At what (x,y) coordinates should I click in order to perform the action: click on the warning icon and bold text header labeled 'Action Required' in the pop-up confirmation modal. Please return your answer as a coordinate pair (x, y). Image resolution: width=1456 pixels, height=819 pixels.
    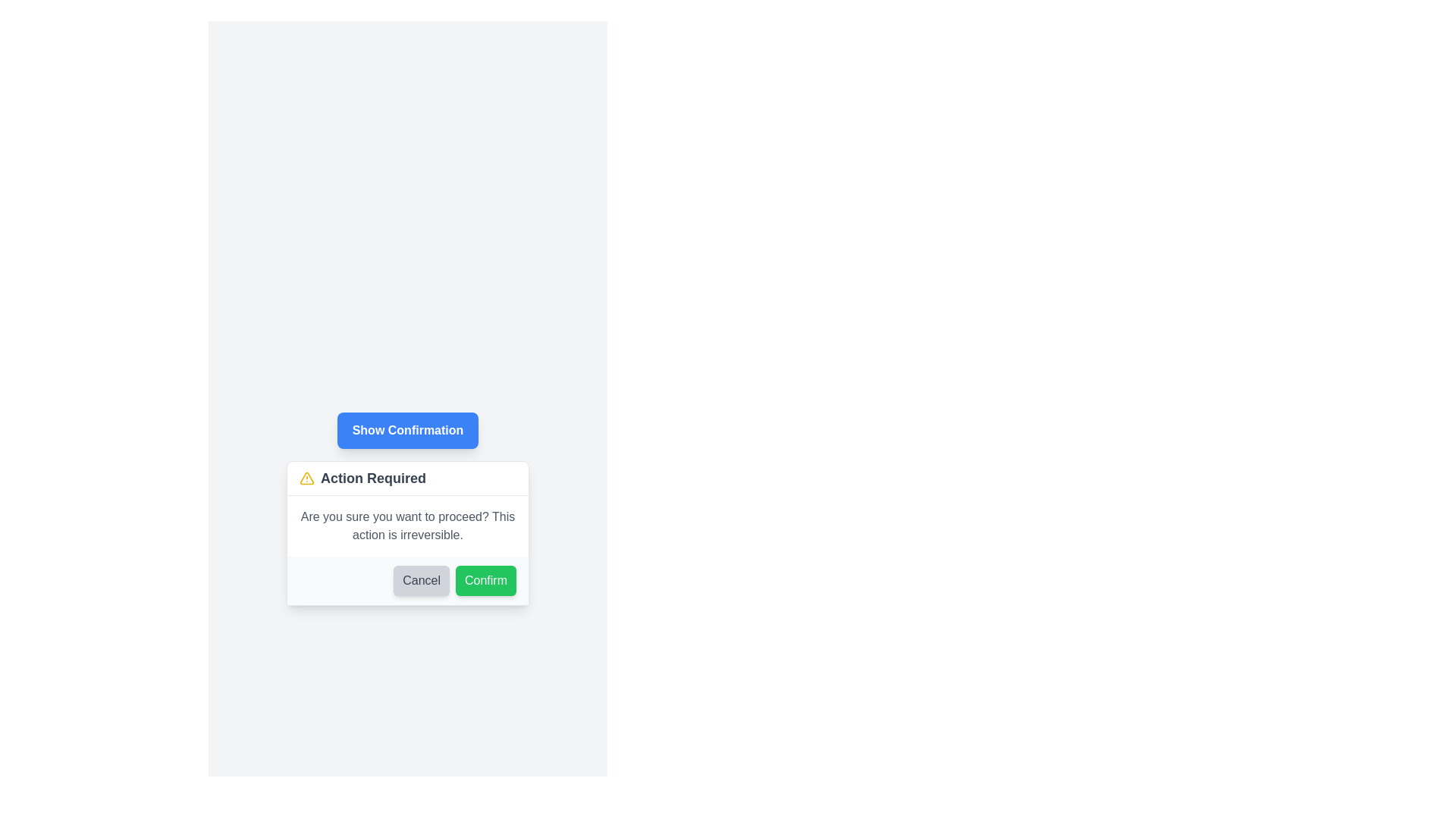
    Looking at the image, I should click on (407, 479).